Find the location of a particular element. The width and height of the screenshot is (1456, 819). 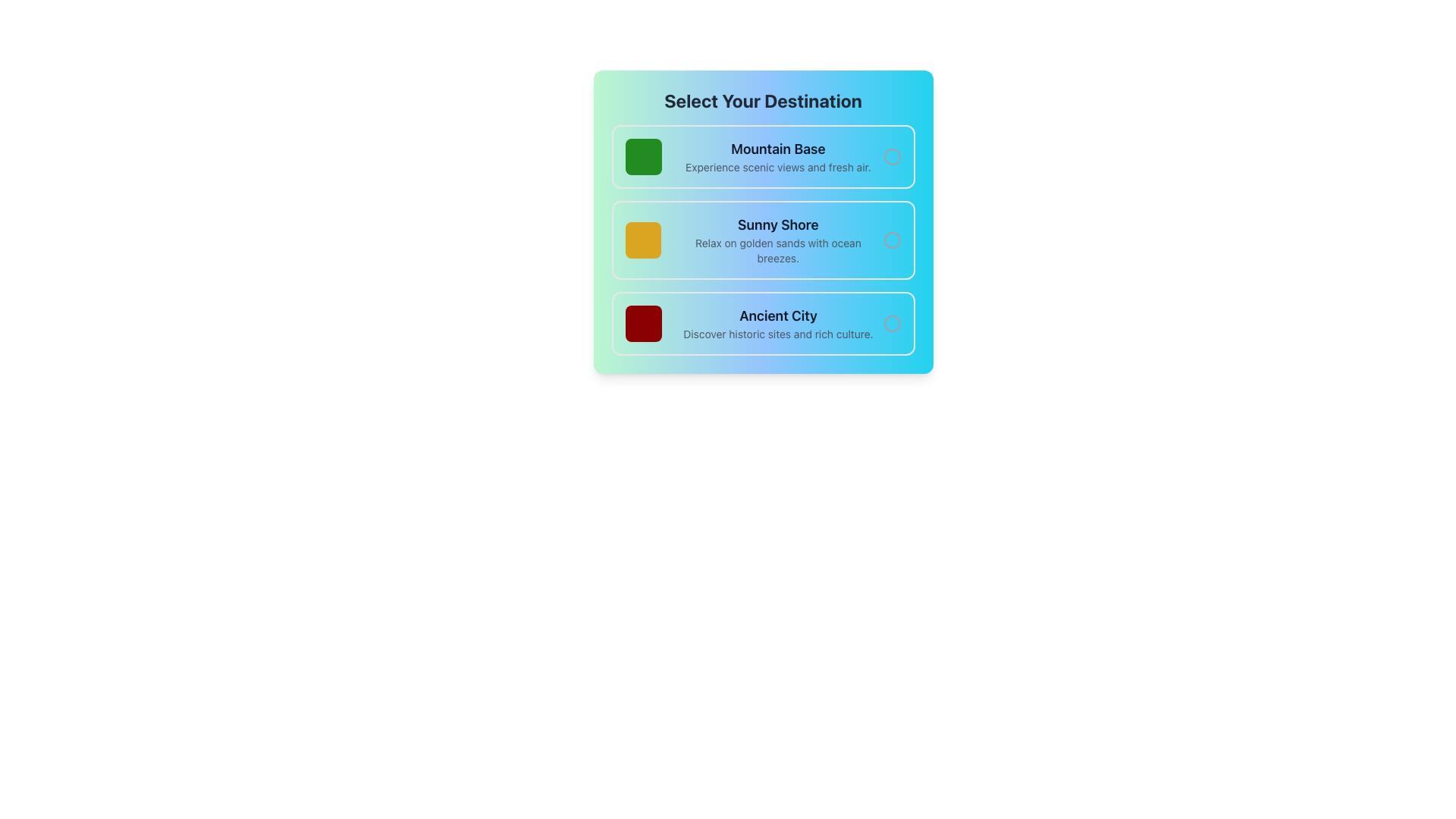

the descriptive text block titled 'Ancient City' which is aligned to the left of a light blue rectangular card and above a selectable circle in the 'Select Your Destination' section is located at coordinates (778, 323).